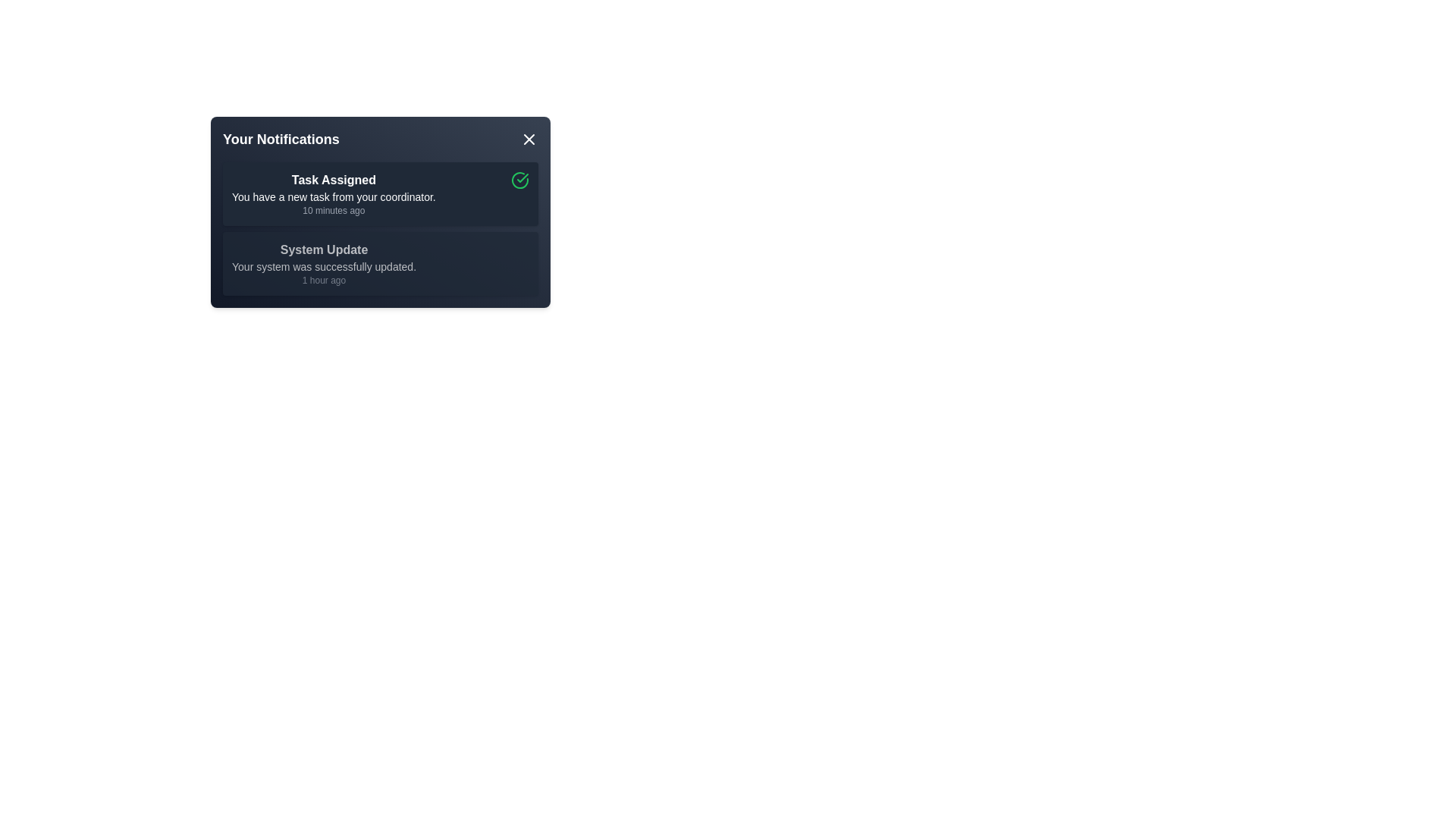 The image size is (1456, 819). What do you see at coordinates (529, 140) in the screenshot?
I see `the Close Icon (an 'X' symbol formed by two diagonal lines)` at bounding box center [529, 140].